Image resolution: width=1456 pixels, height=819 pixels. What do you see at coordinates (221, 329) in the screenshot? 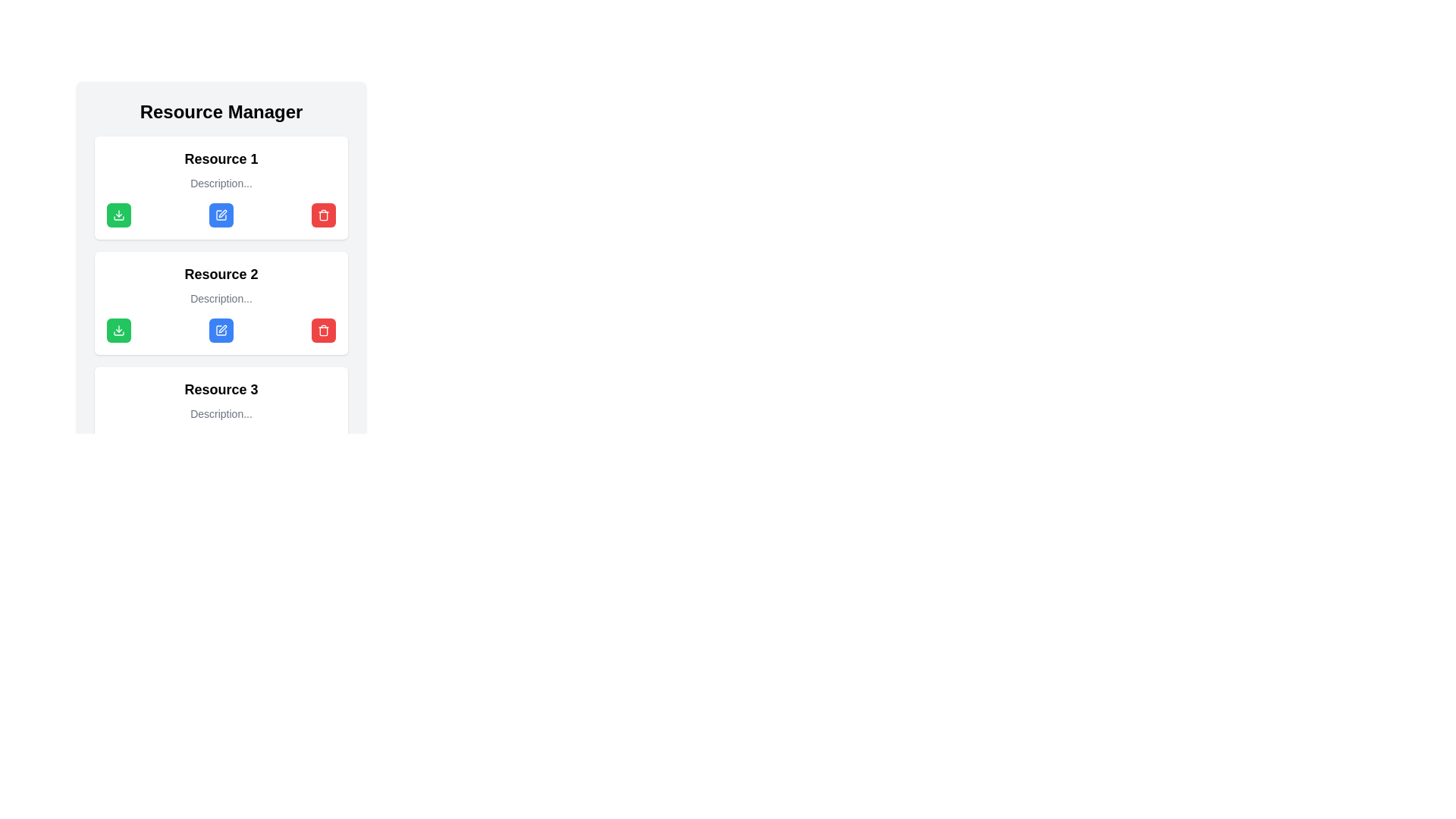
I see `the blue edit button with a pen icon located in the second row titled 'Resource 2'` at bounding box center [221, 329].